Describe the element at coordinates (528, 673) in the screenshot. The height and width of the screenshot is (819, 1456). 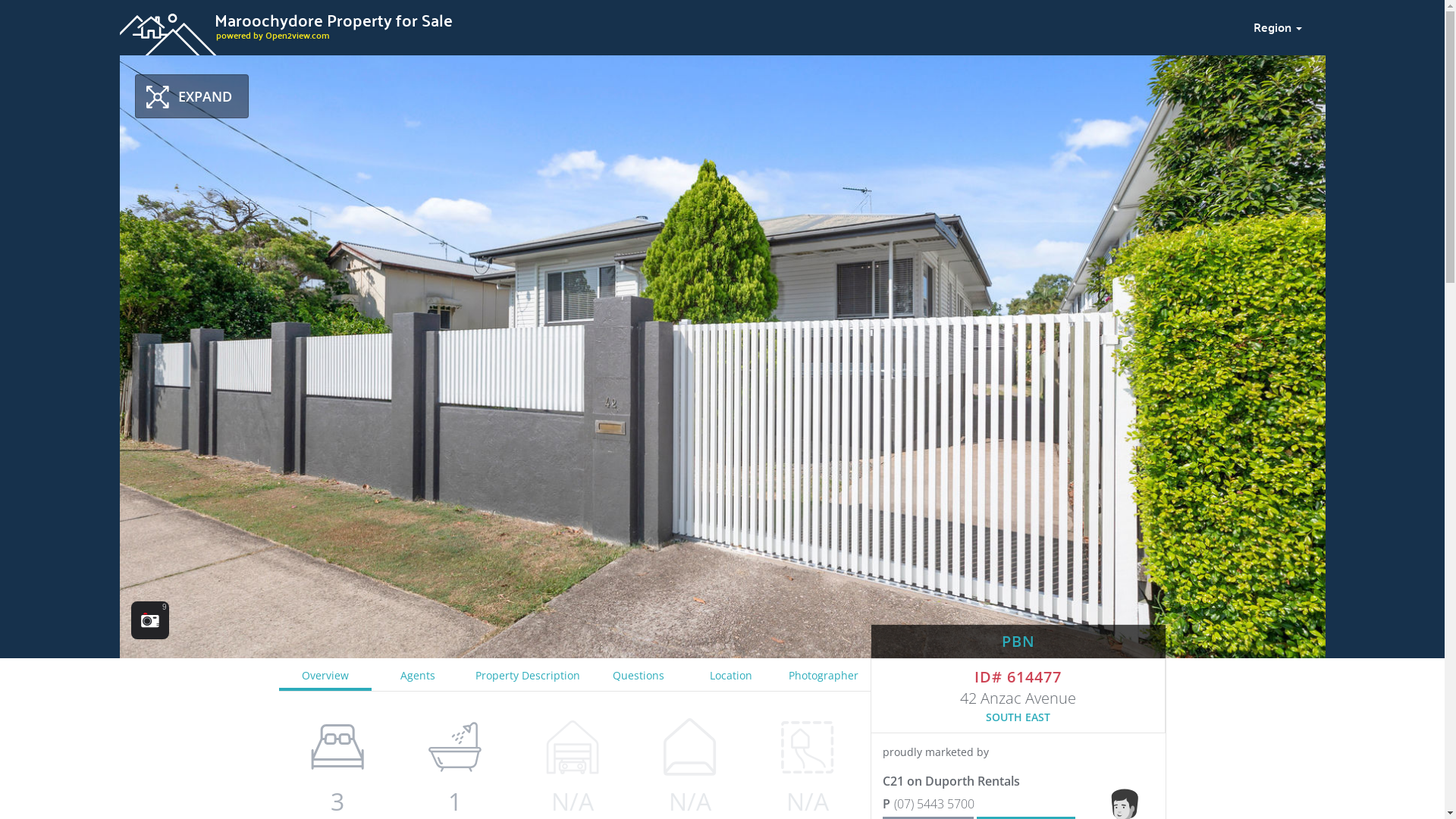
I see `'Property Description'` at that location.